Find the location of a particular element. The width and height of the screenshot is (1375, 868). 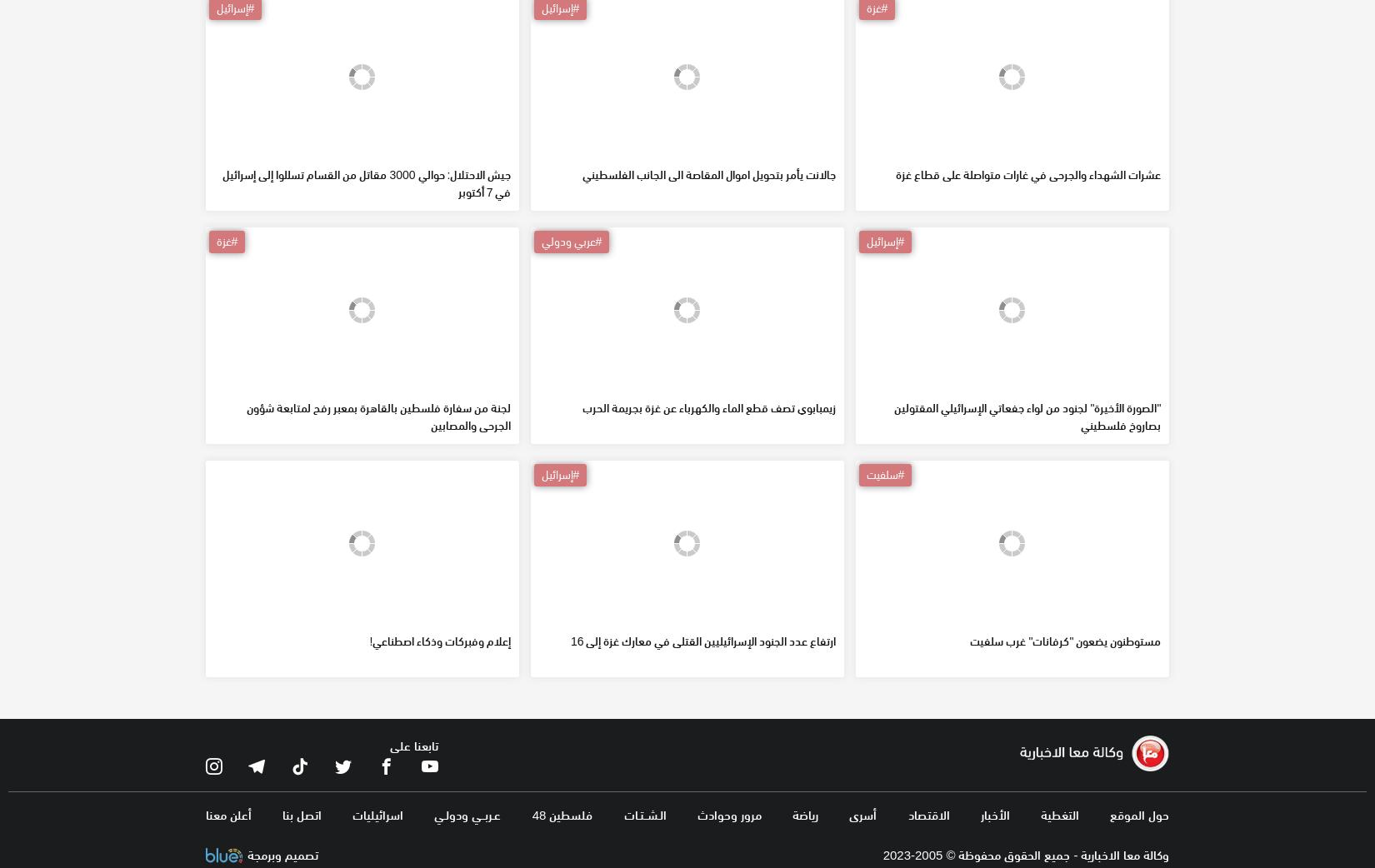

'#سلفيت' is located at coordinates (884, 593).